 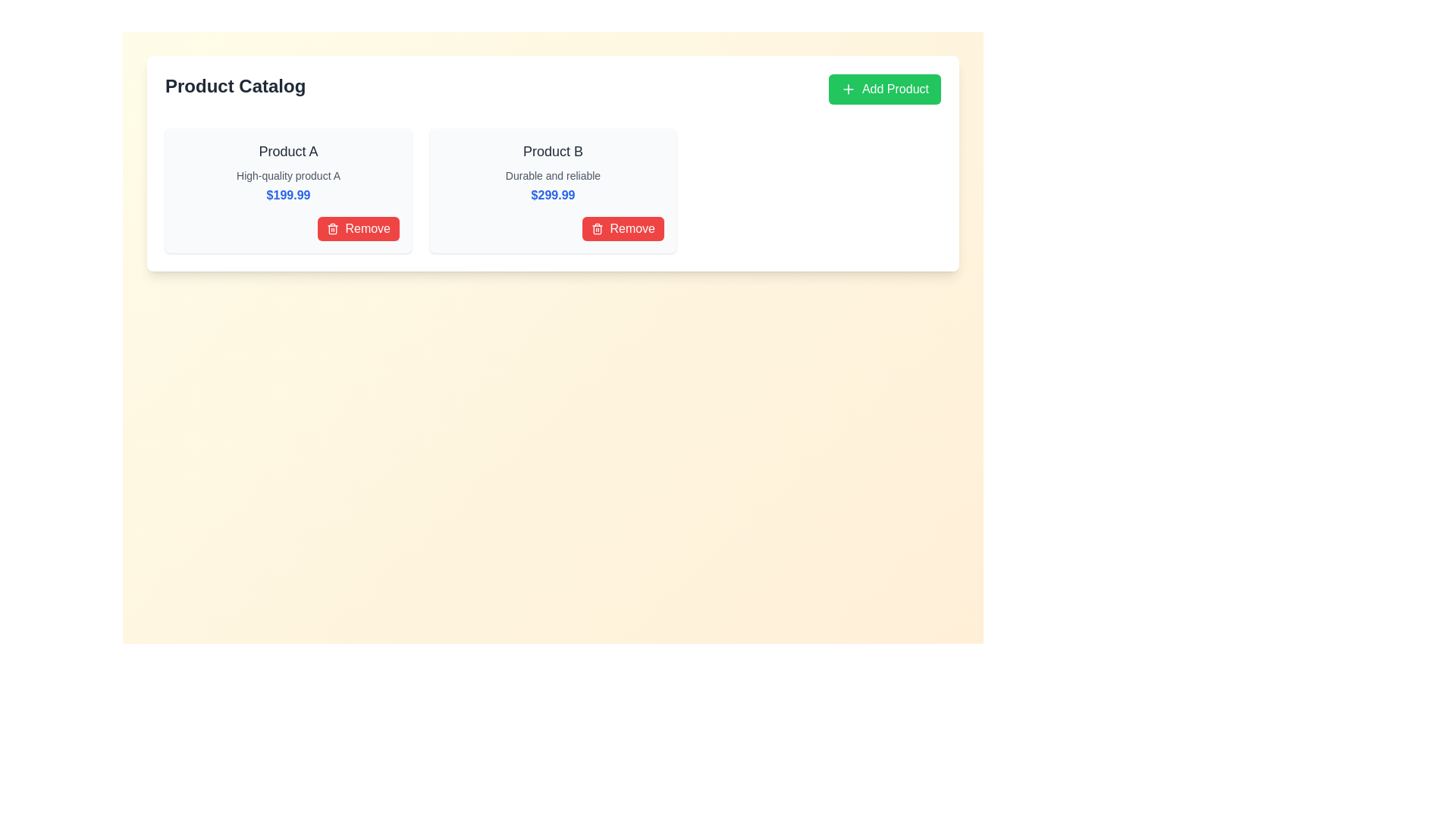 What do you see at coordinates (288, 174) in the screenshot?
I see `the Text description label located within the gray box of 'Product A', which provides context to the product title and is positioned above the price '$199.99'` at bounding box center [288, 174].